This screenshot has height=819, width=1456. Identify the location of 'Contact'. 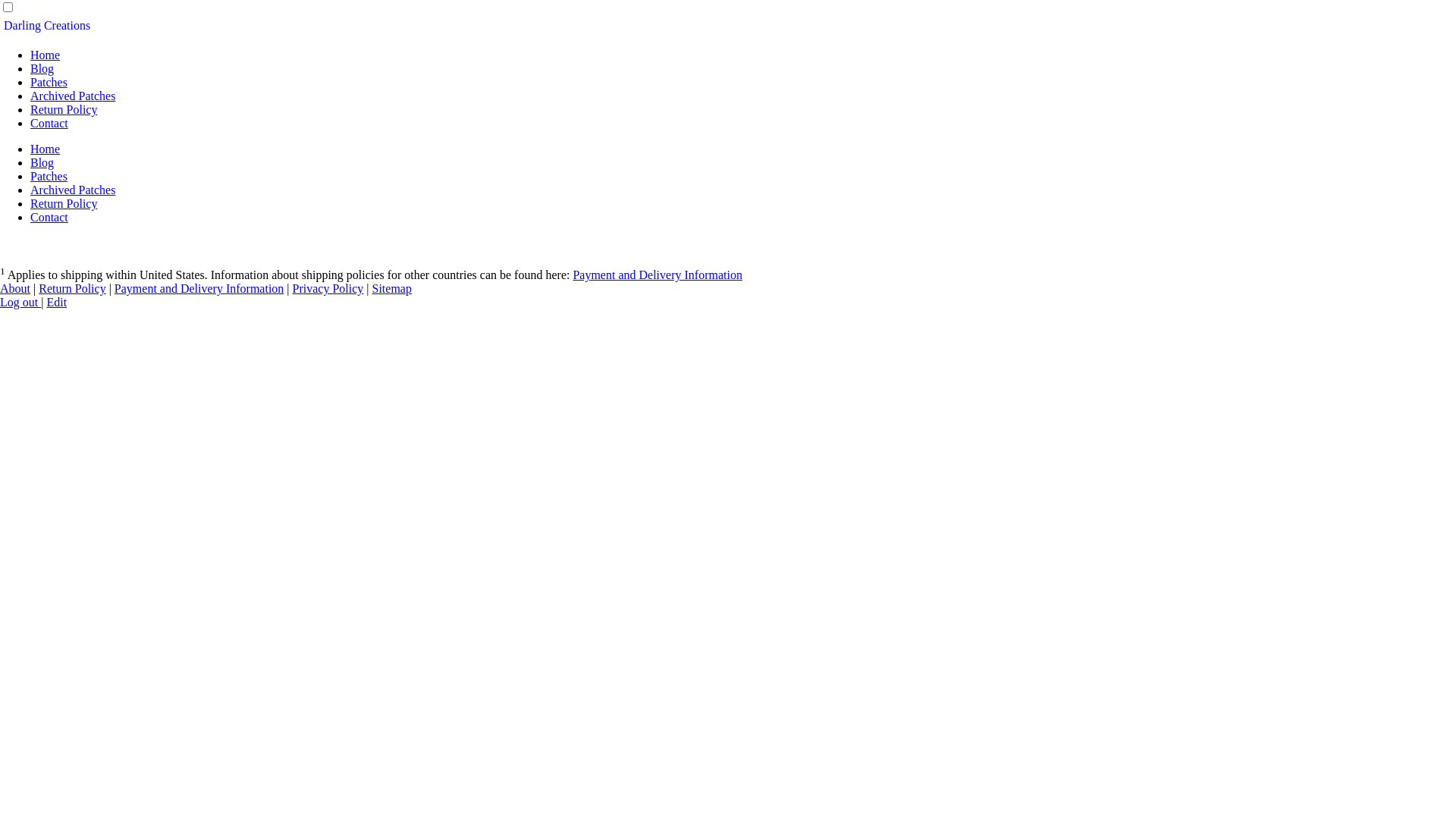
(30, 122).